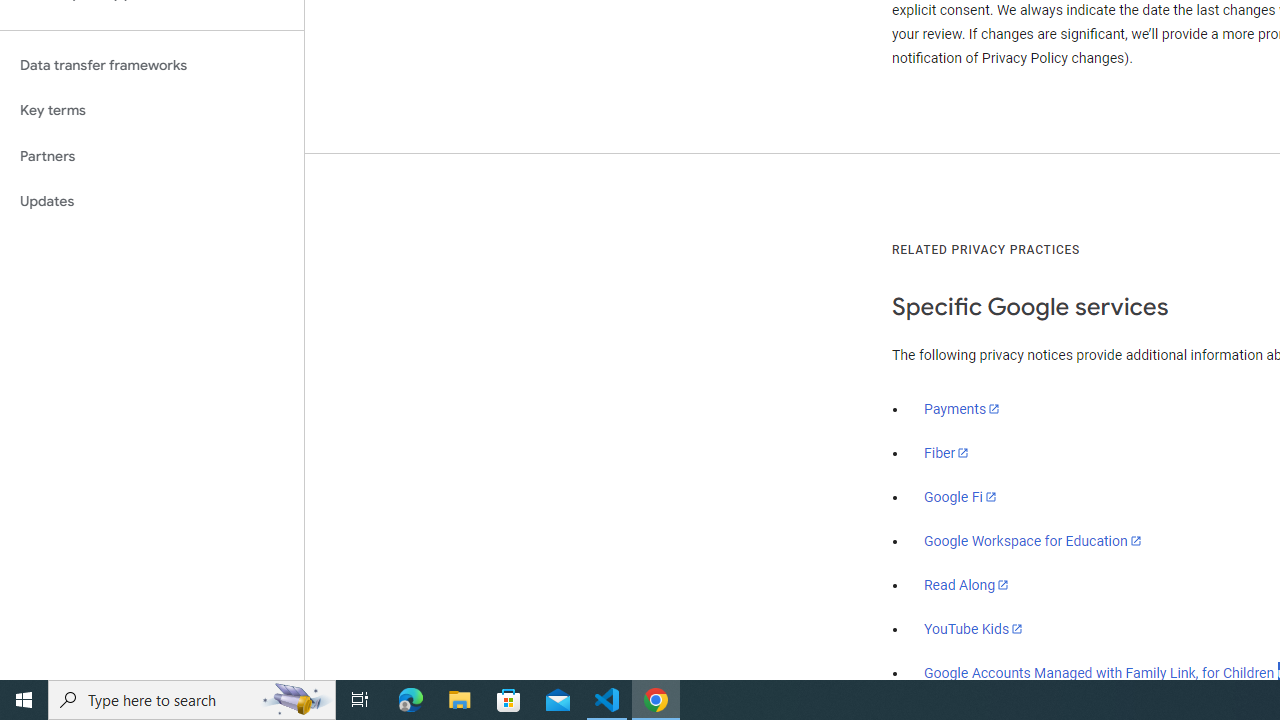 This screenshot has width=1280, height=720. What do you see at coordinates (151, 64) in the screenshot?
I see `'Data transfer frameworks'` at bounding box center [151, 64].